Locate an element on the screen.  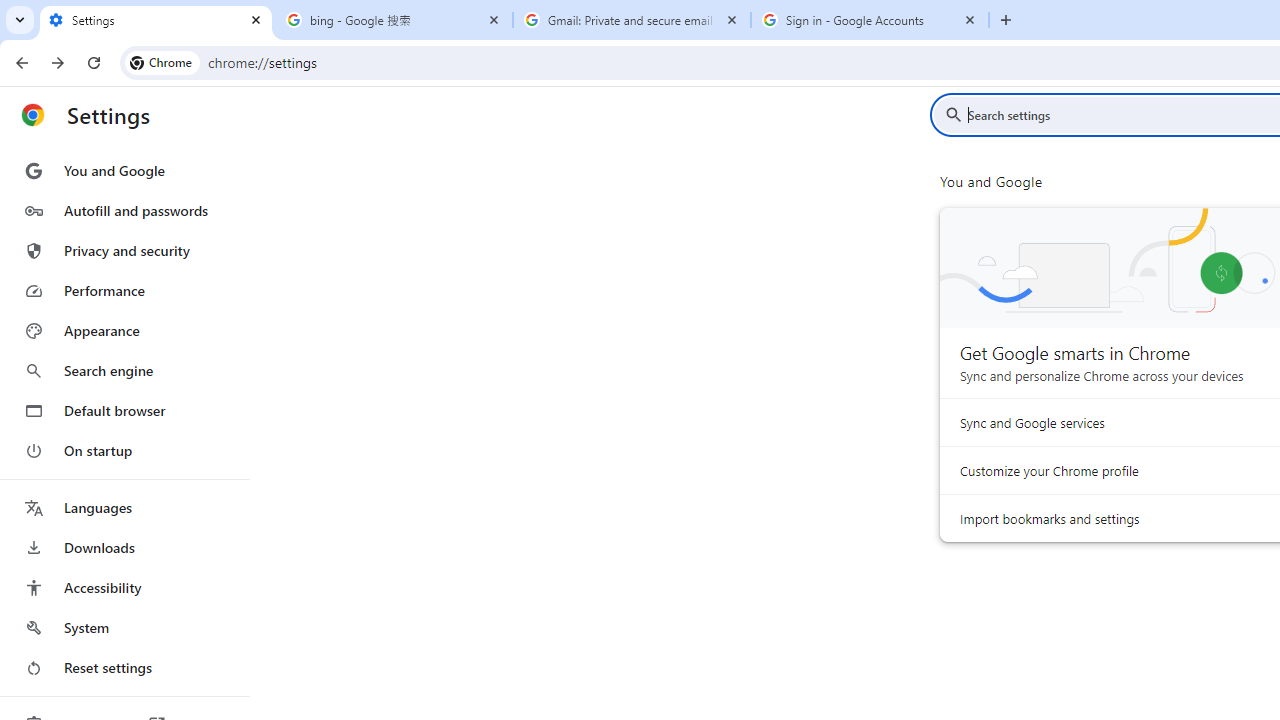
'Settings' is located at coordinates (155, 20).